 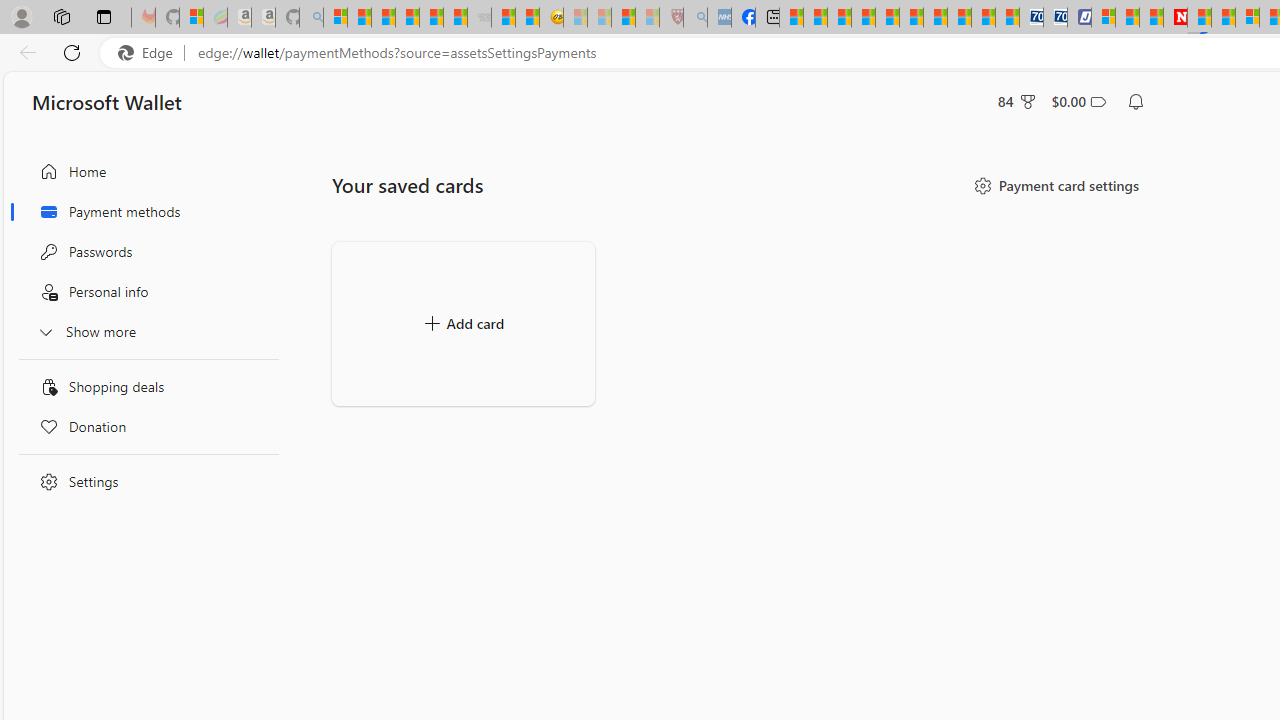 What do you see at coordinates (647, 17) in the screenshot?
I see `'12 Popular Science Lies that Must be Corrected - Sleeping'` at bounding box center [647, 17].